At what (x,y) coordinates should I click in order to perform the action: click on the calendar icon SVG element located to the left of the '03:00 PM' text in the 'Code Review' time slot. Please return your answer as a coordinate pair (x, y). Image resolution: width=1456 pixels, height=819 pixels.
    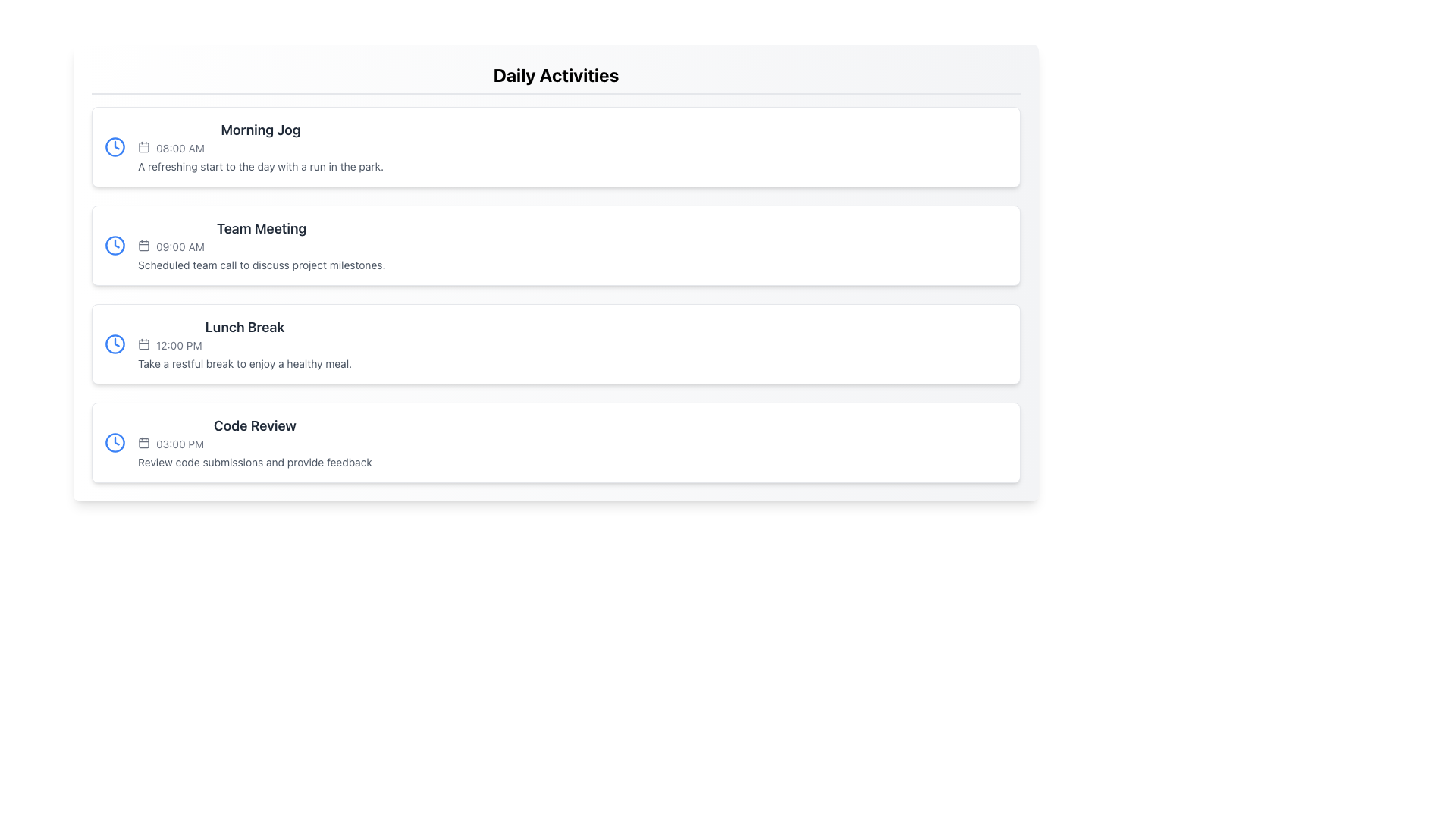
    Looking at the image, I should click on (144, 442).